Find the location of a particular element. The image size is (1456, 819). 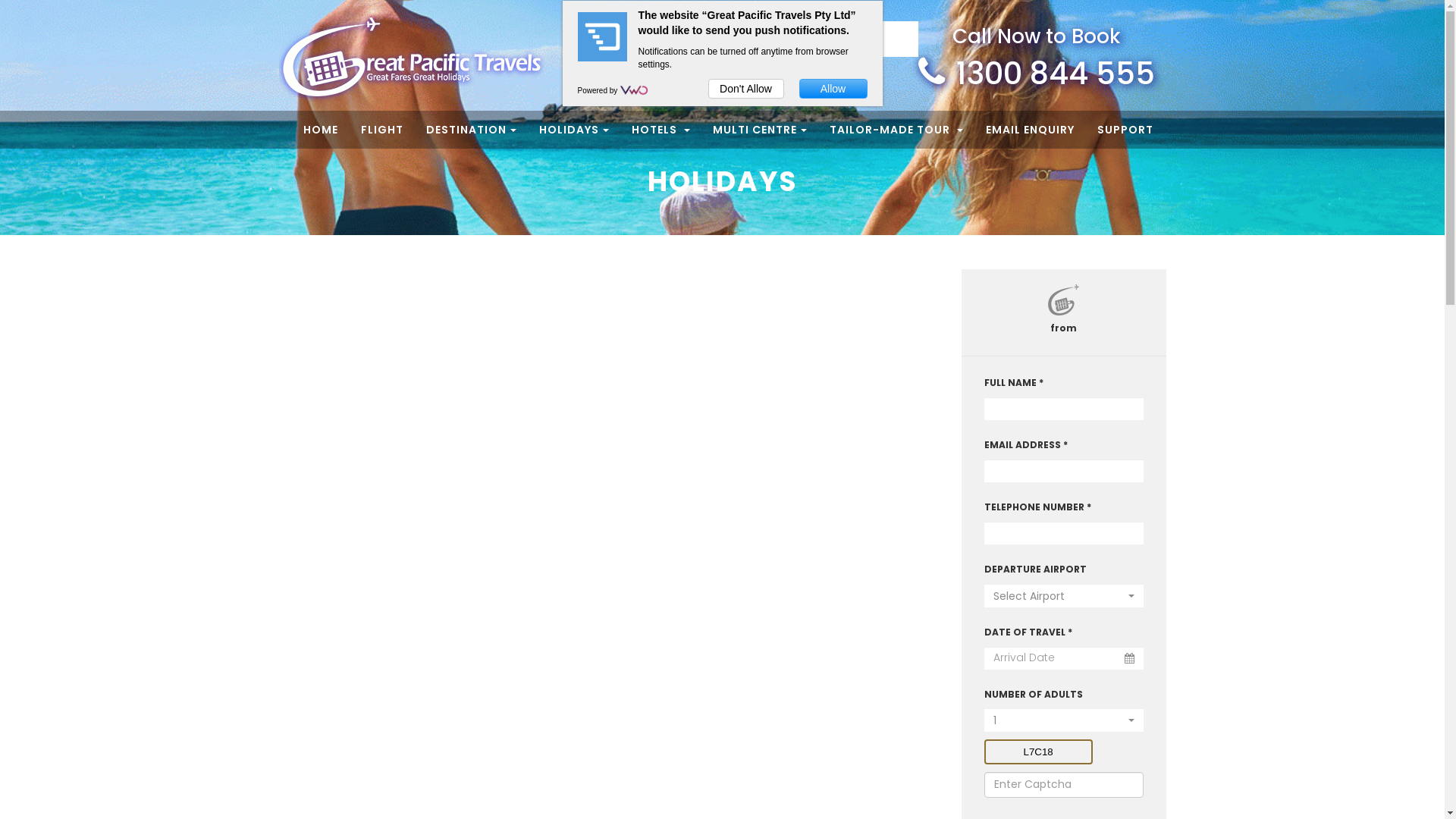

'HOLIDAYS' is located at coordinates (573, 128).